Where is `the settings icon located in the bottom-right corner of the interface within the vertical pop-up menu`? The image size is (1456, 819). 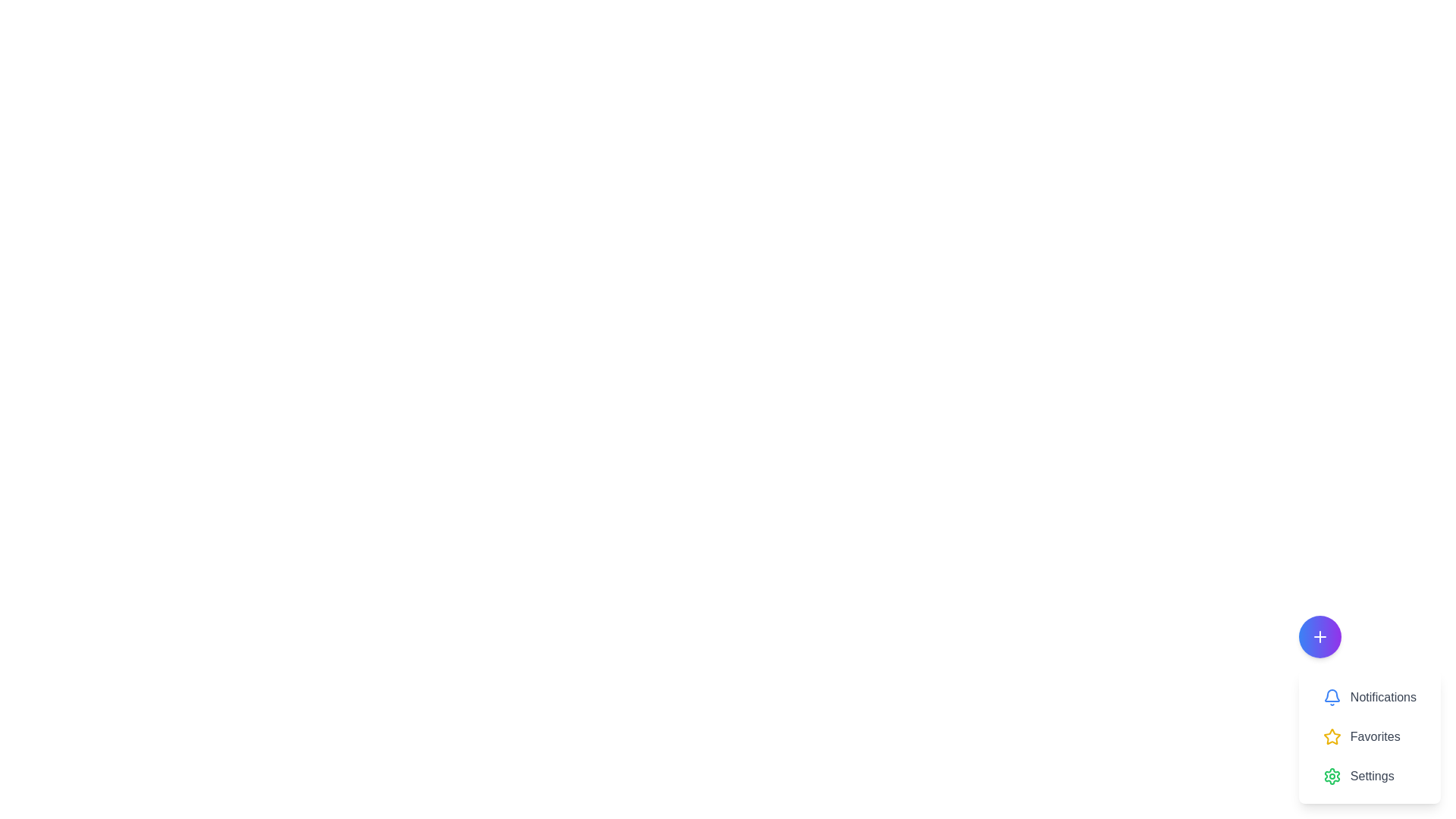
the settings icon located in the bottom-right corner of the interface within the vertical pop-up menu is located at coordinates (1331, 776).